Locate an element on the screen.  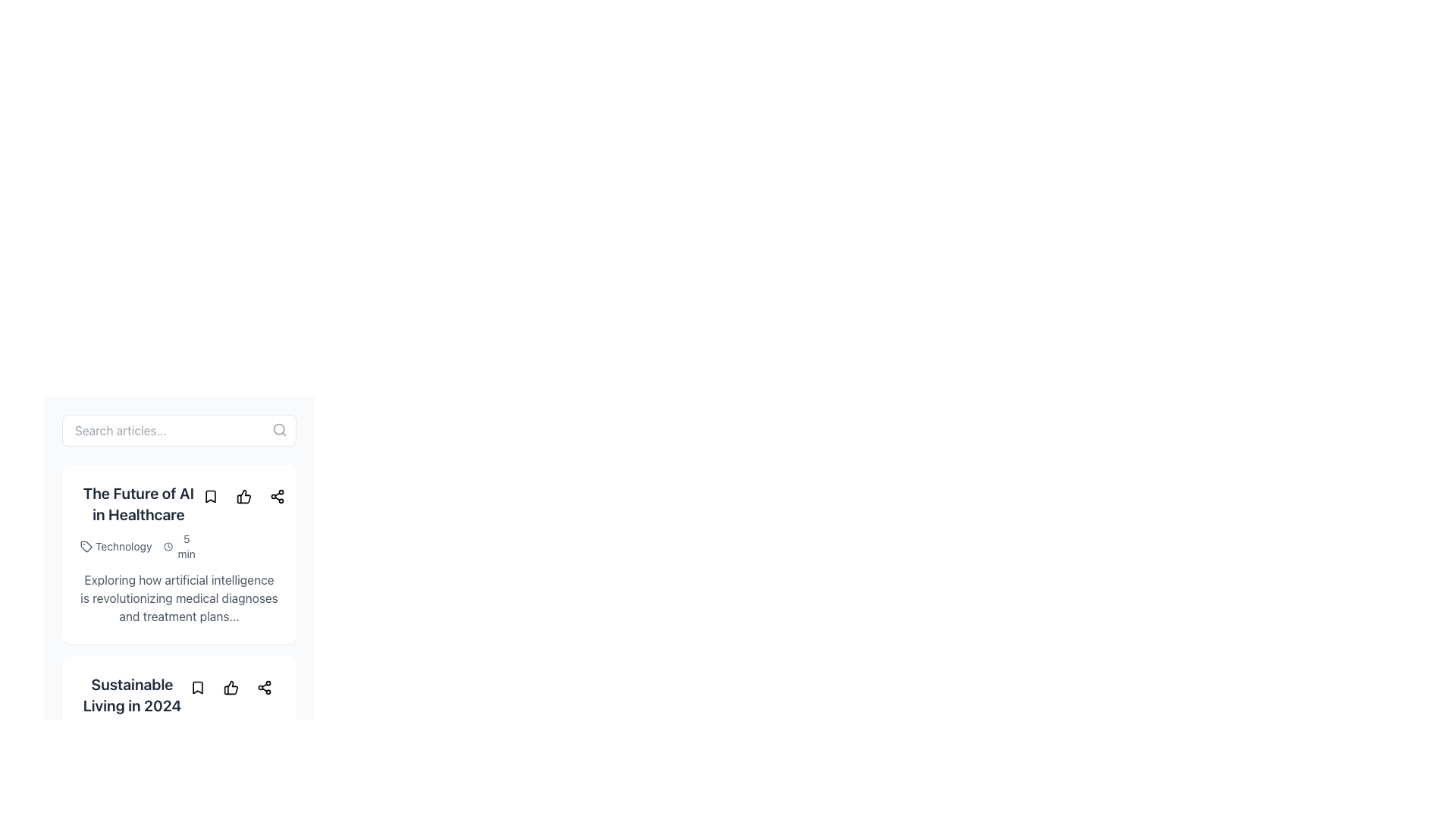
the thumbs-up icon with a black outline located within the circular button on the rightmost section of the content card to like the content titled 'Sustainable Living in 2024' is located at coordinates (231, 687).